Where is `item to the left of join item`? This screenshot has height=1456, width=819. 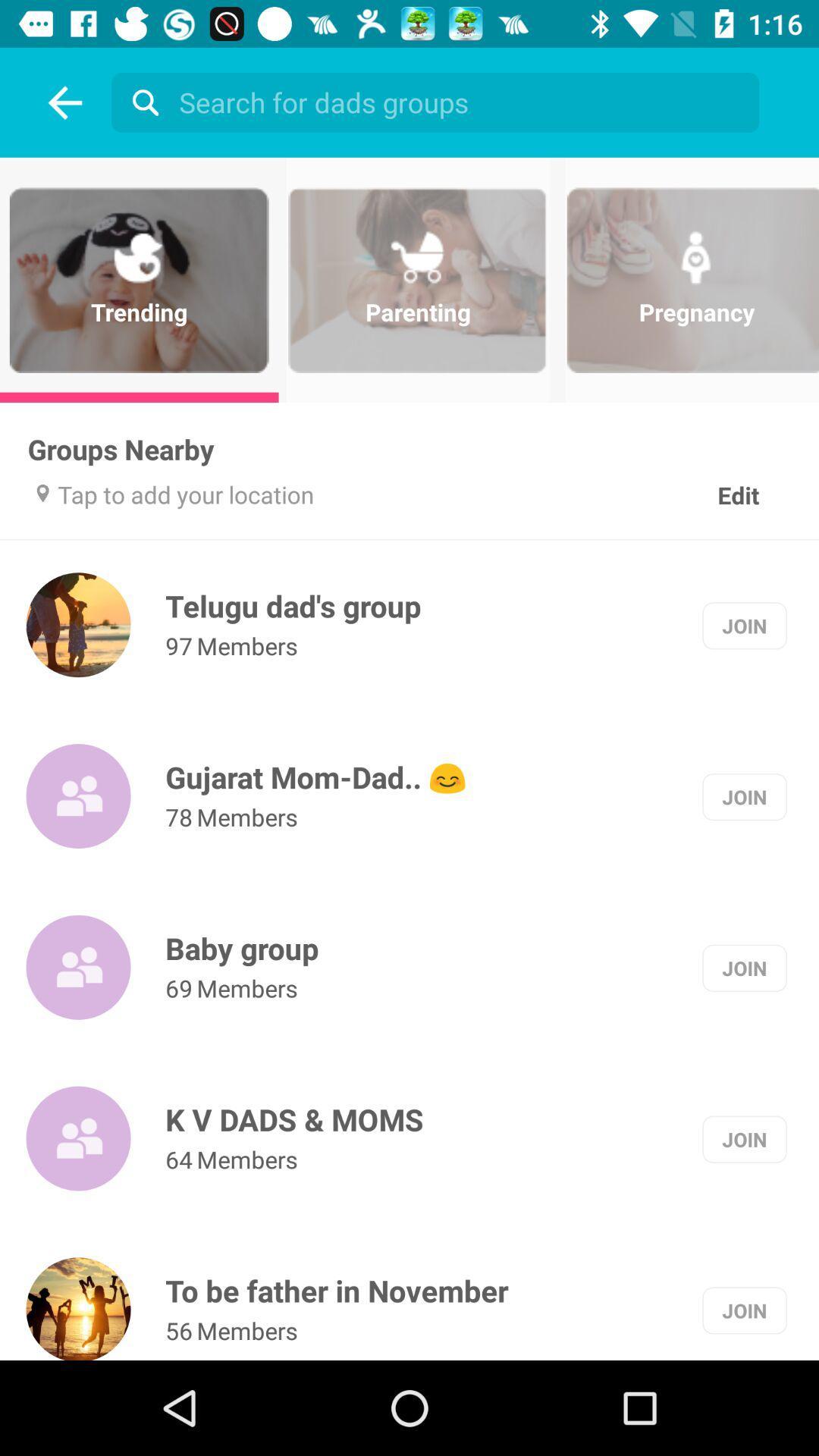 item to the left of join item is located at coordinates (294, 1119).